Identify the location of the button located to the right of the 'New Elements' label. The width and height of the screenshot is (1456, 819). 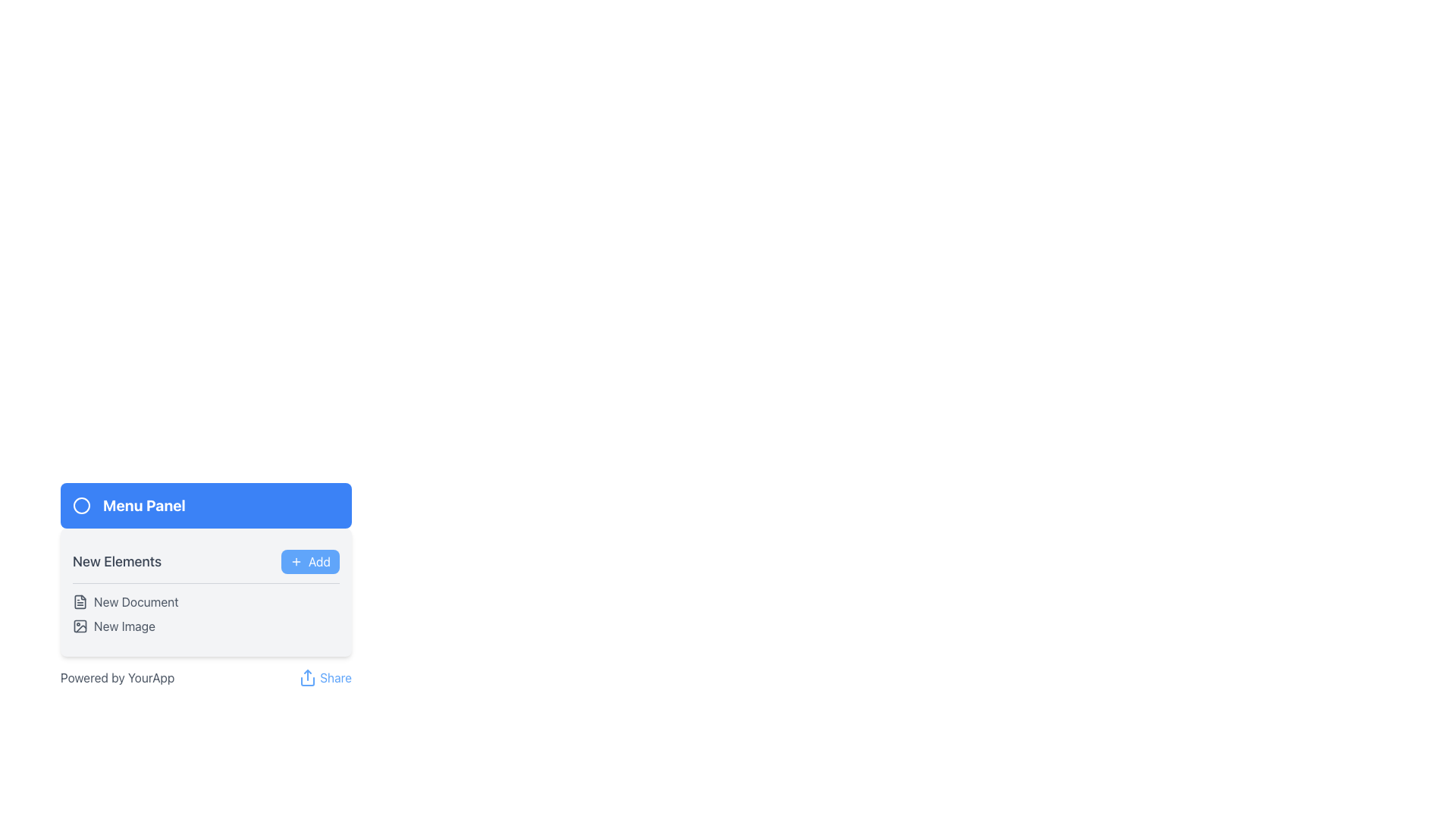
(309, 561).